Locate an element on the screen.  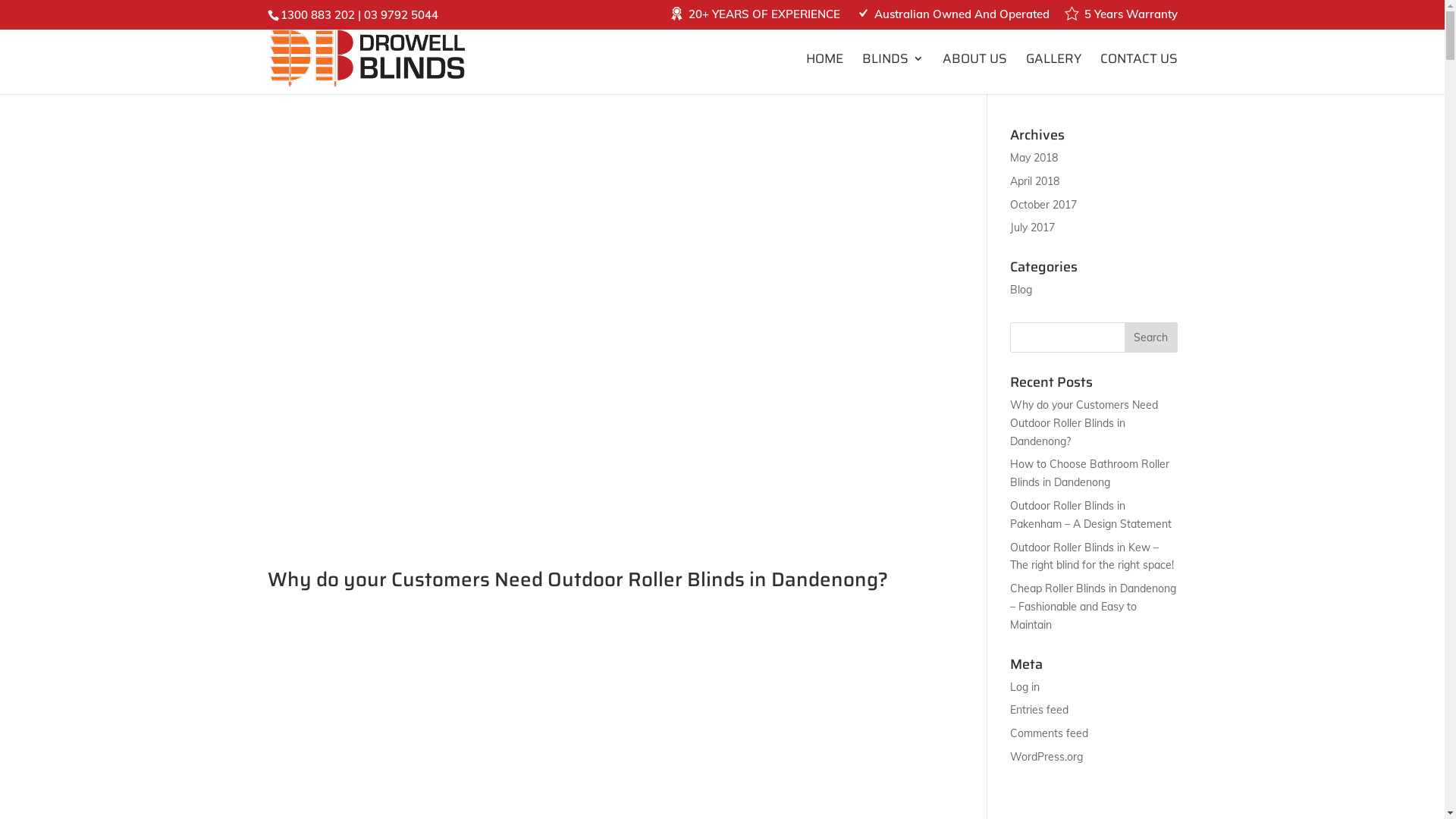
'CONTACT US' is located at coordinates (1138, 73).